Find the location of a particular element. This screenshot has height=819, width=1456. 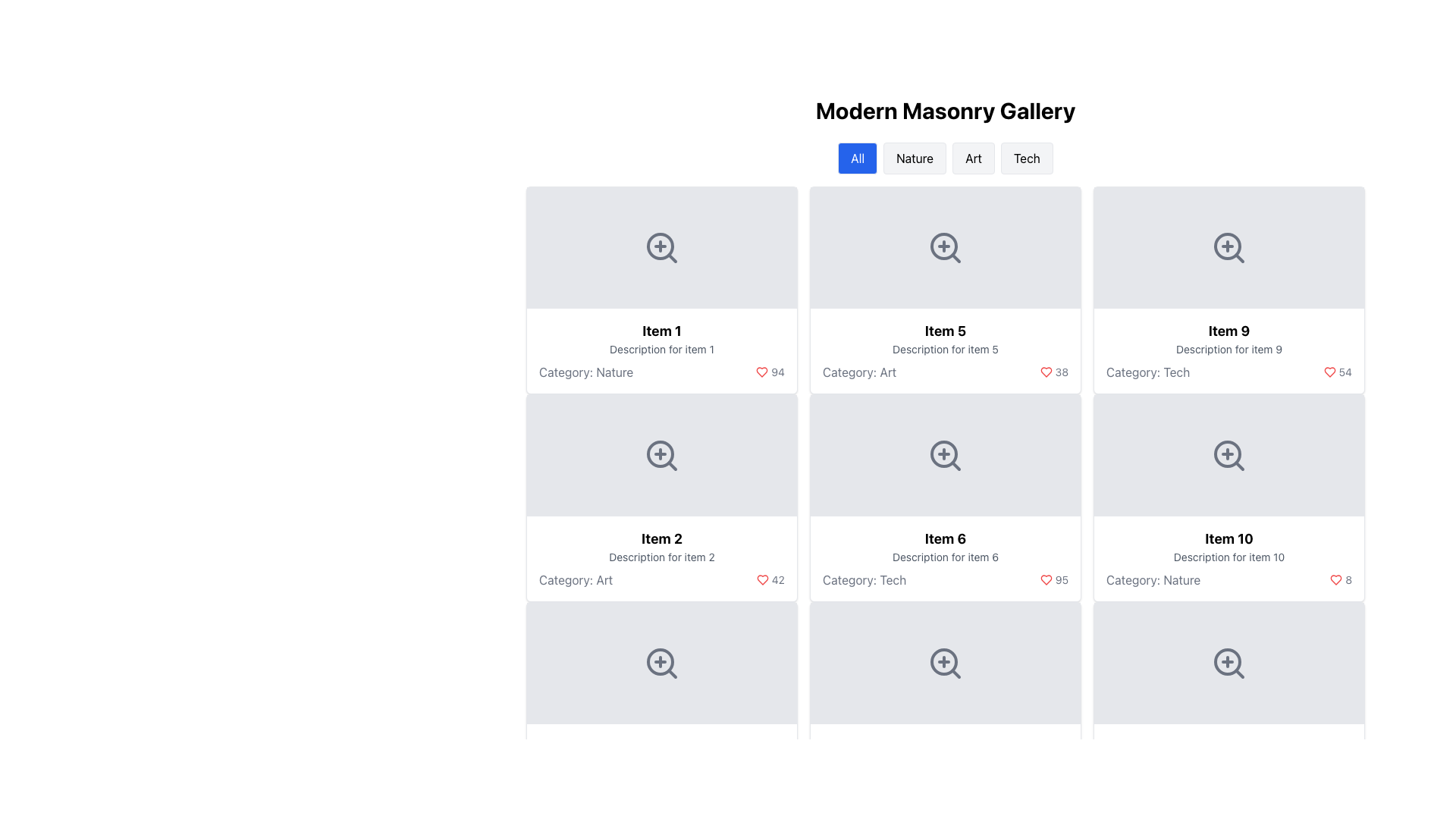

the heart icon representing the 'like' action located within the card labeled 'Item 5', positioned to the right of the text '38' is located at coordinates (1045, 372).